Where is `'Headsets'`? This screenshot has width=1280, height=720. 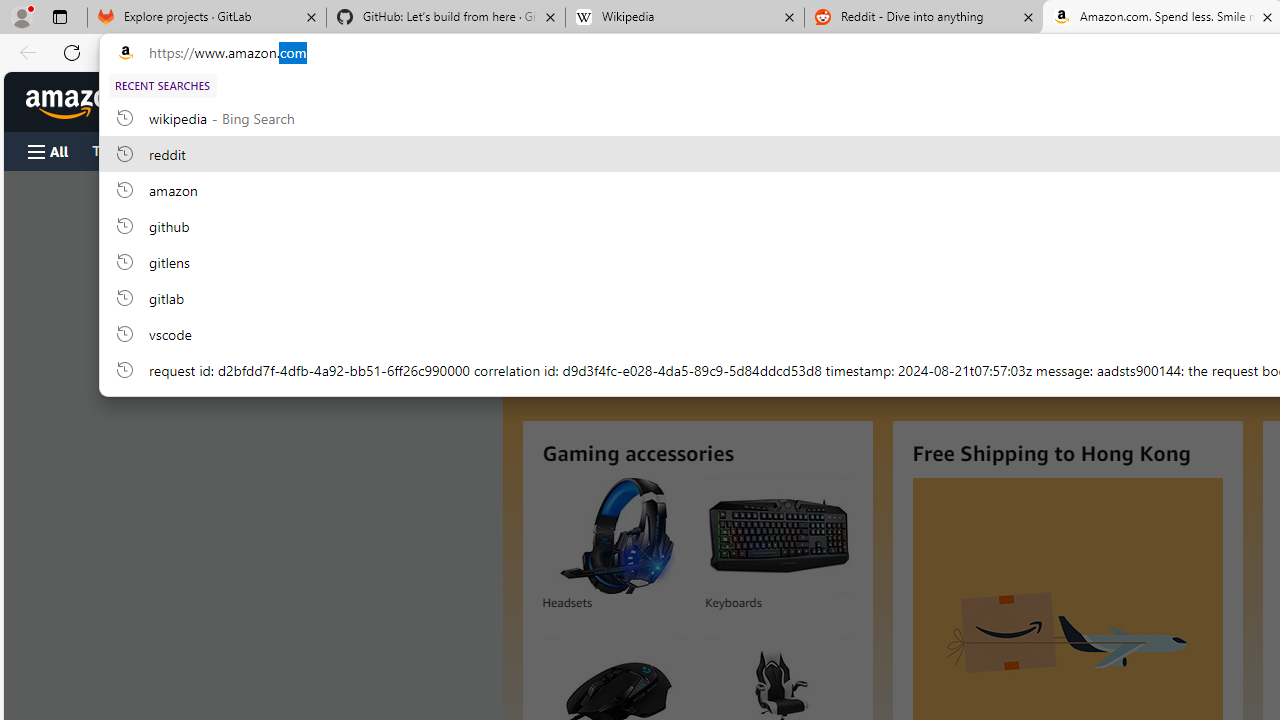 'Headsets' is located at coordinates (614, 535).